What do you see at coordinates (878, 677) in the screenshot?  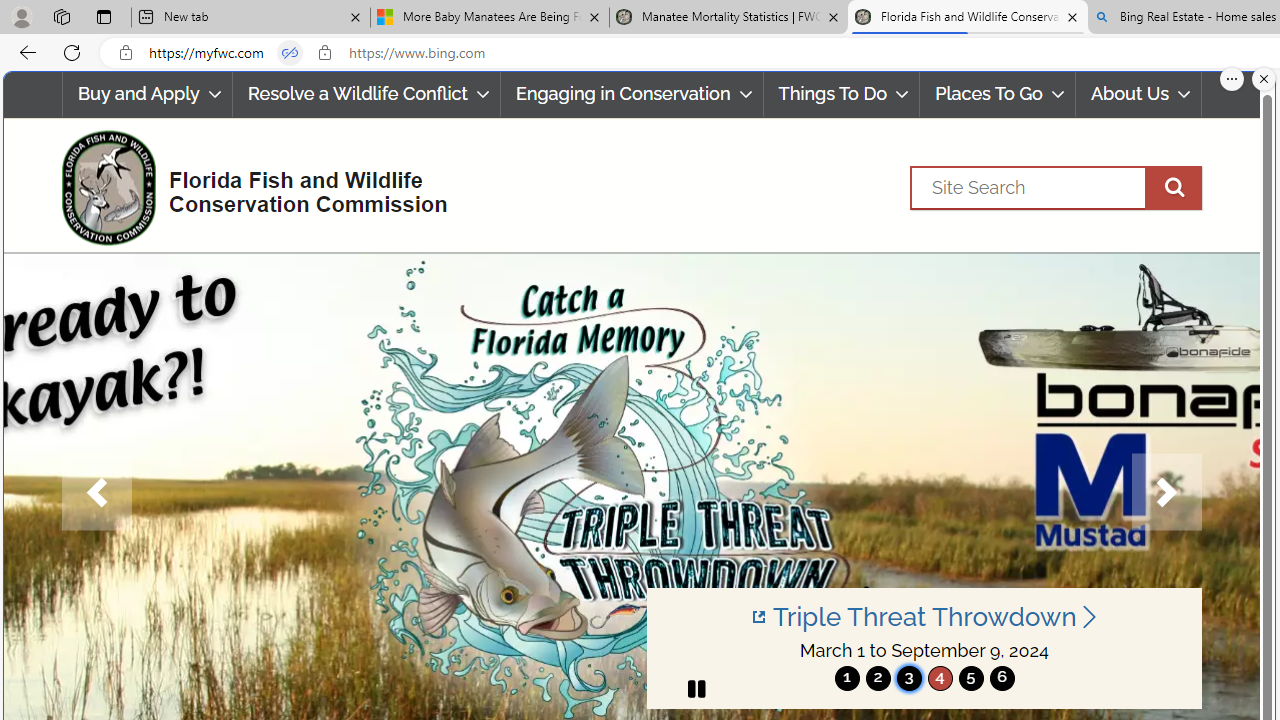 I see `'2'` at bounding box center [878, 677].